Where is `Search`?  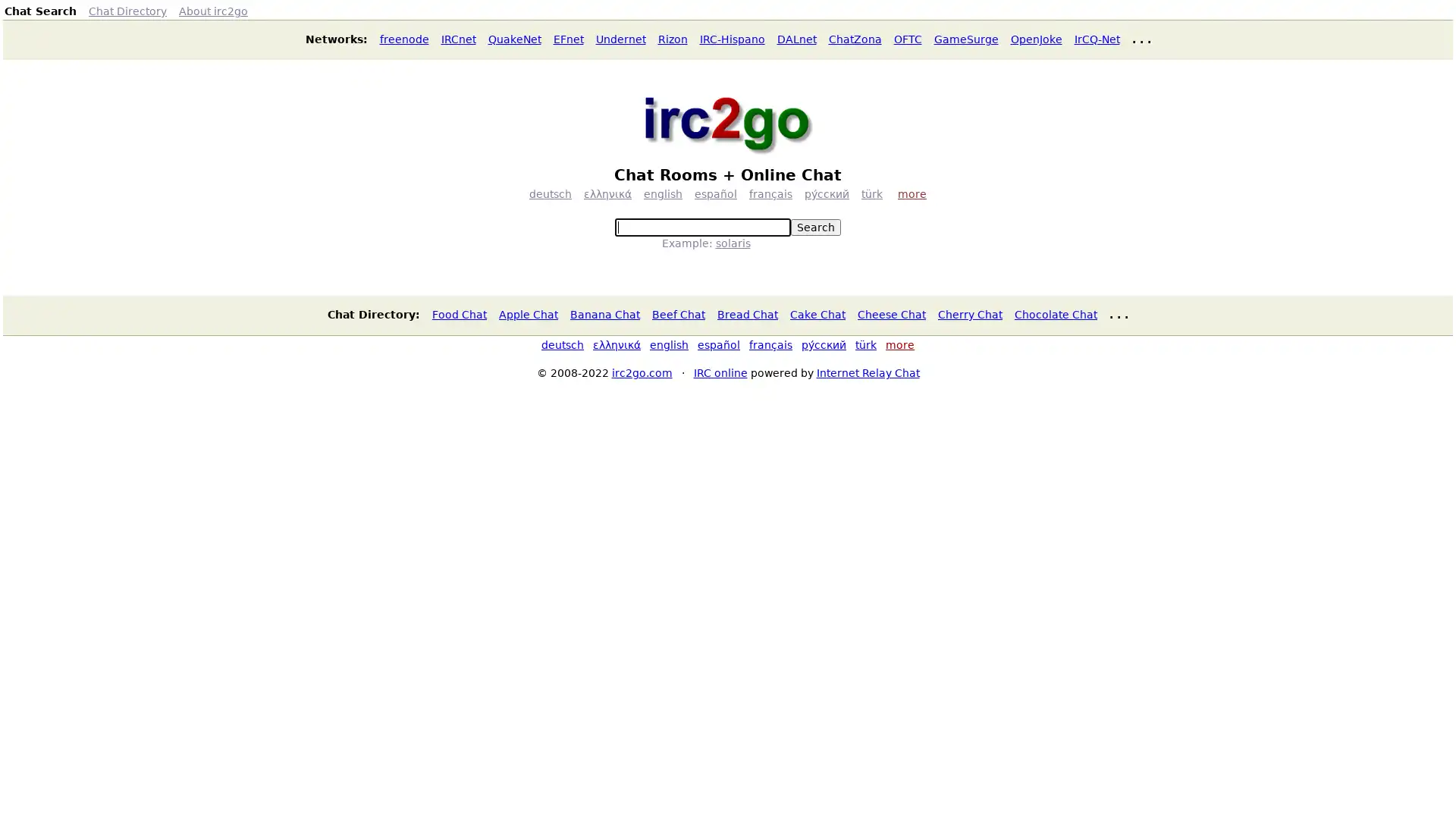
Search is located at coordinates (814, 227).